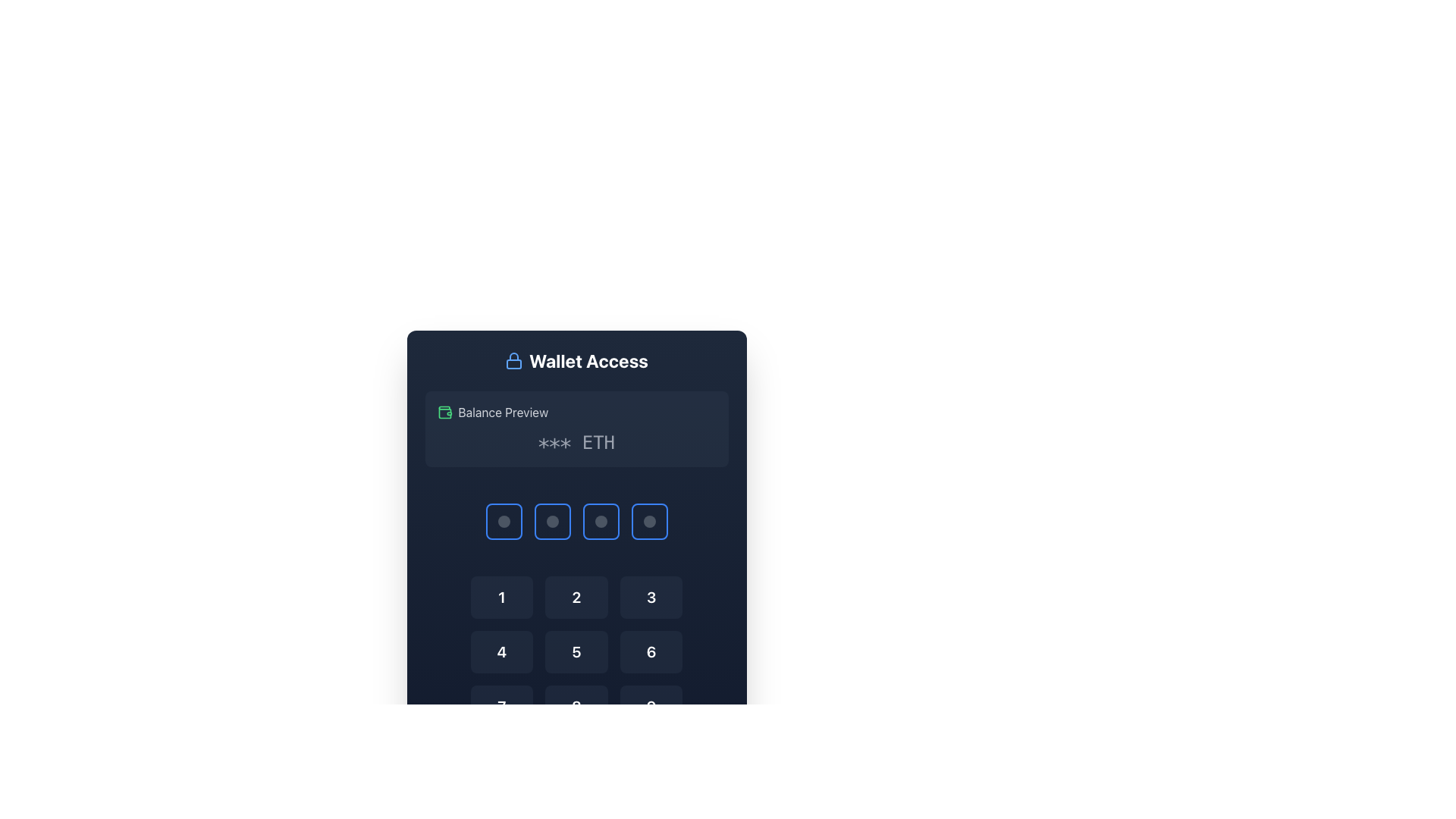 The width and height of the screenshot is (1456, 819). What do you see at coordinates (576, 429) in the screenshot?
I see `the Informative panel displaying the cryptocurrency balance (ETH) located below the 'Wallet Access' heading and above the PIN input grid` at bounding box center [576, 429].